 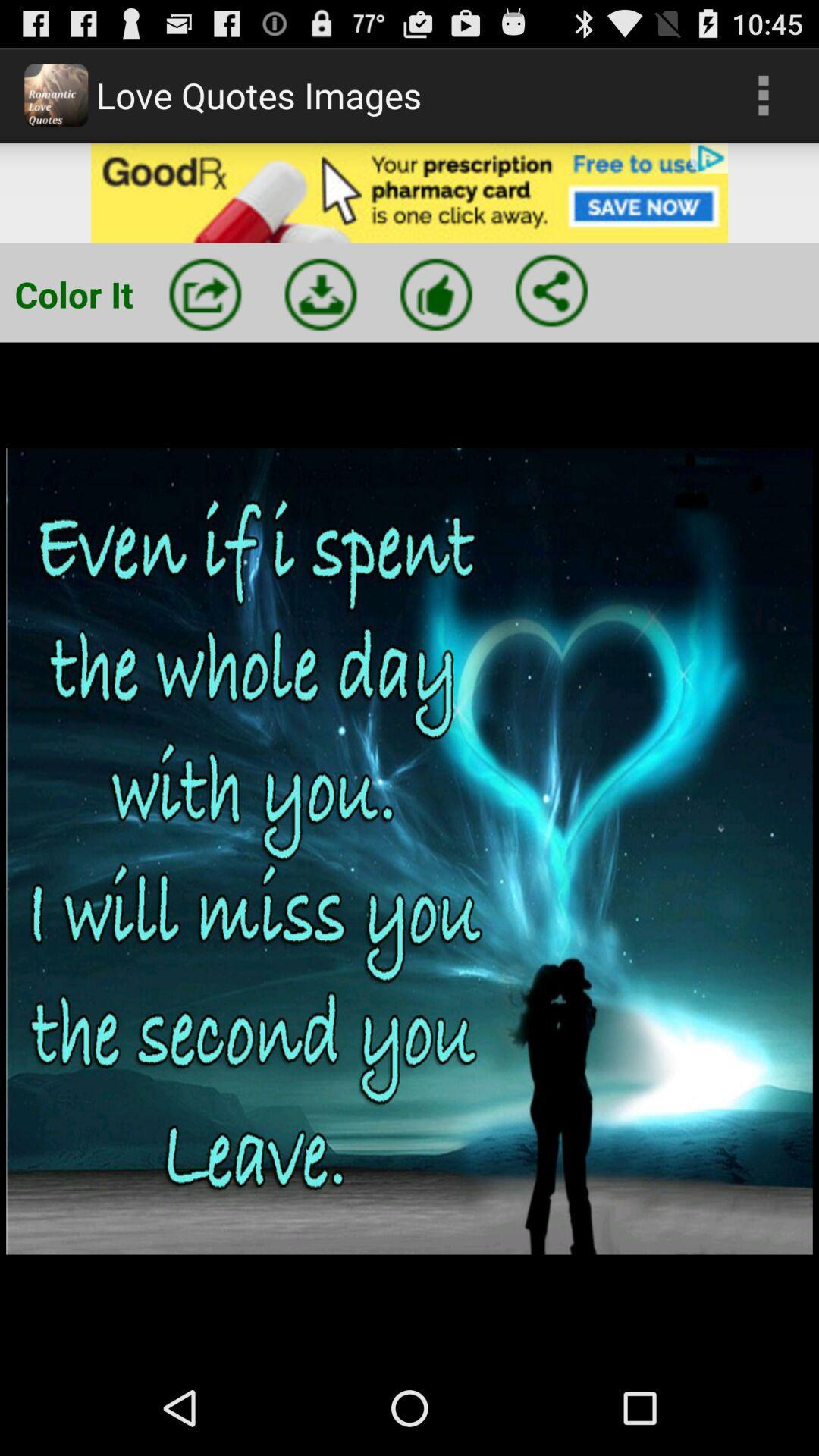 What do you see at coordinates (436, 294) in the screenshot?
I see `like button` at bounding box center [436, 294].